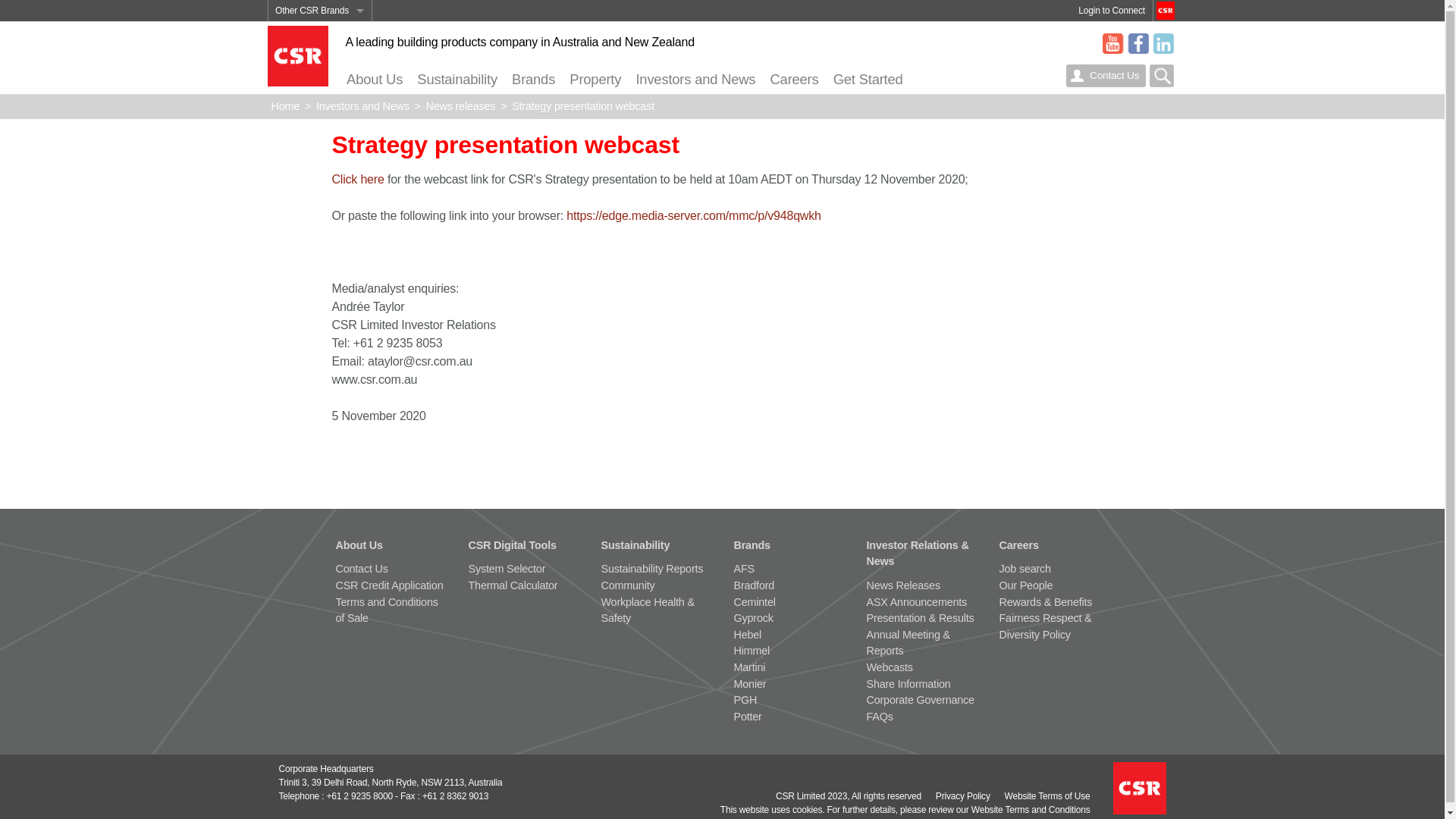  Describe the element at coordinates (749, 666) in the screenshot. I see `'Martini'` at that location.